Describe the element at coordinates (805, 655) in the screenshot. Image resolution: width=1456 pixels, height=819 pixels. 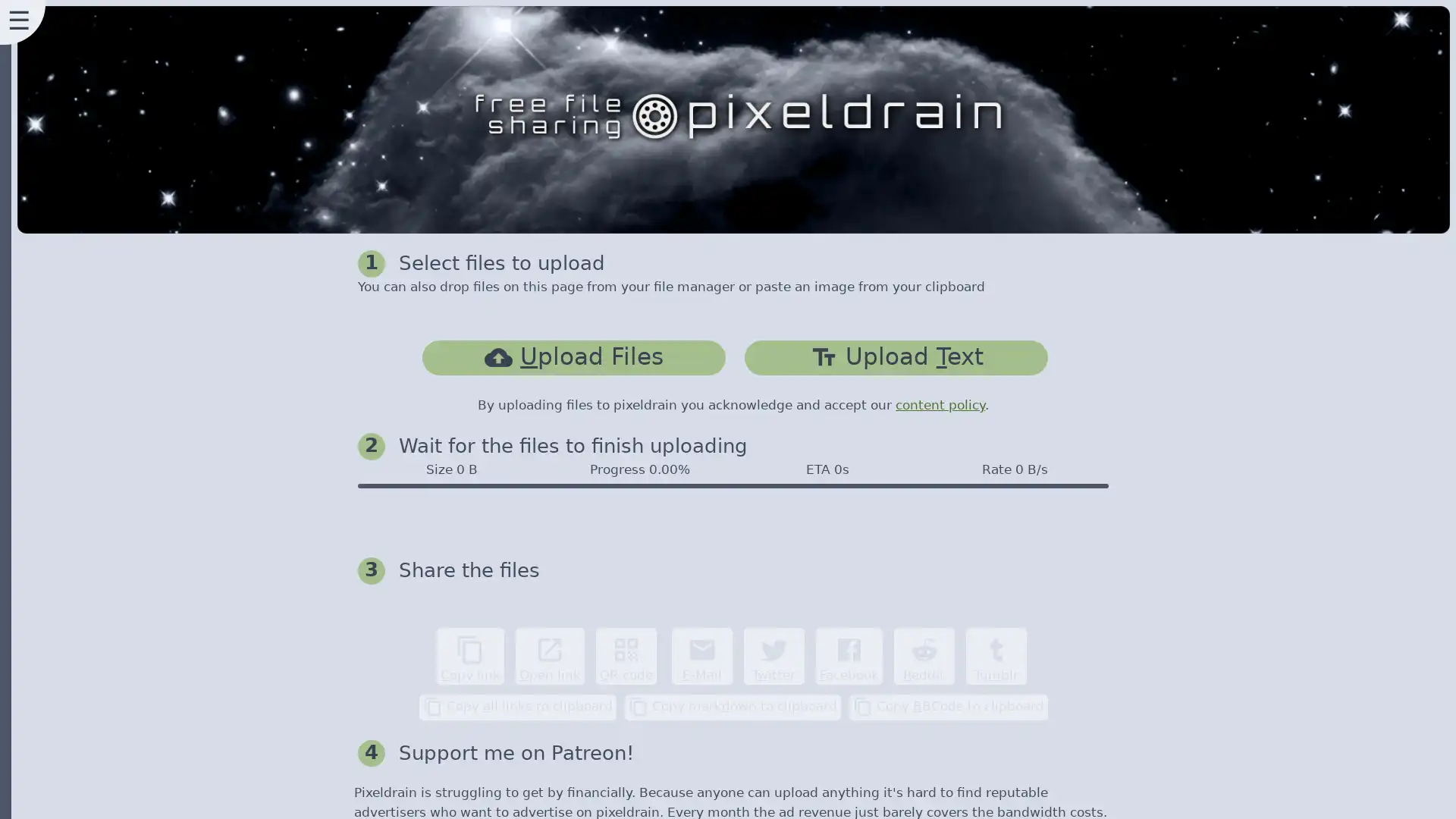
I see `email E-Mail` at that location.